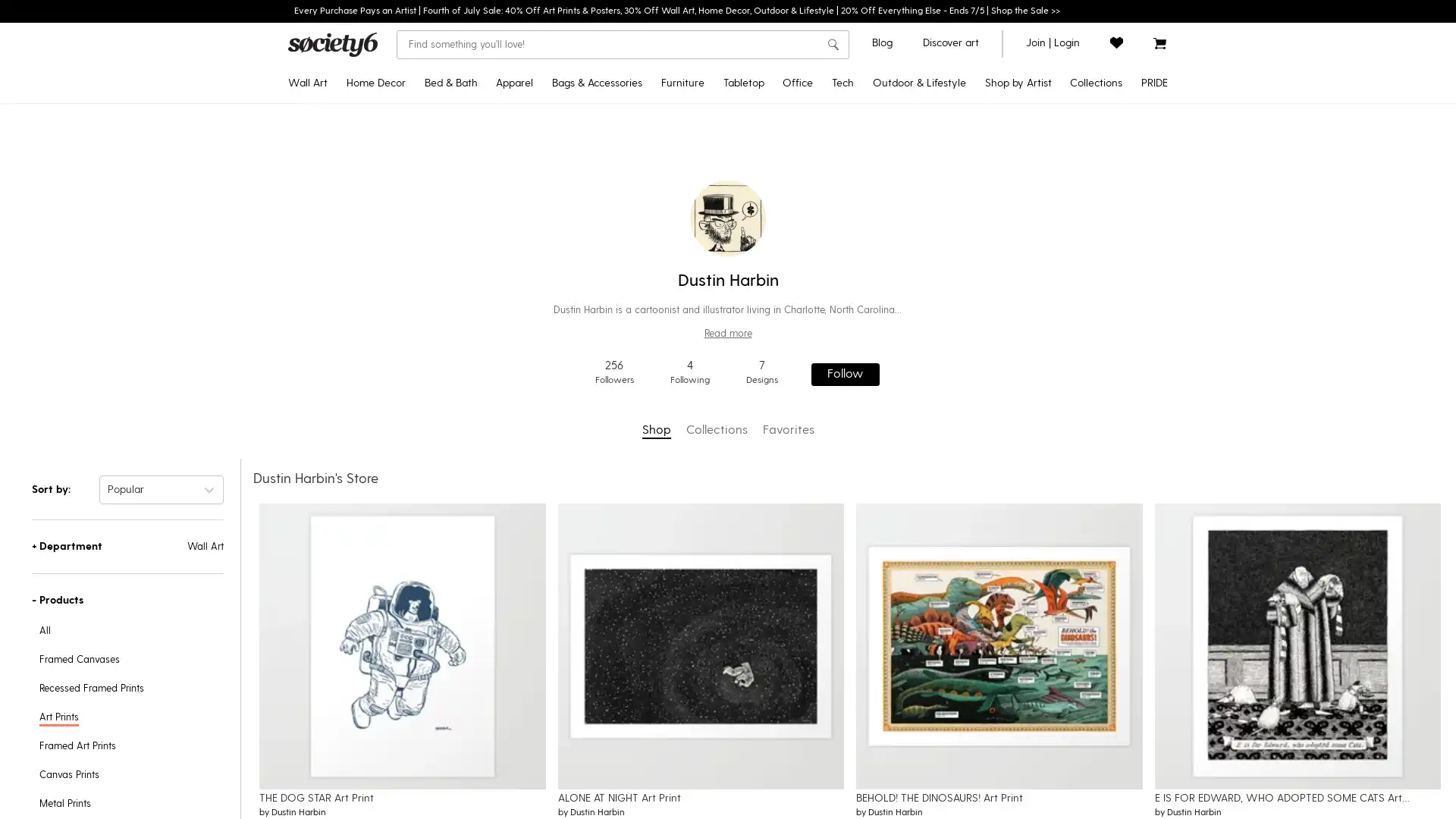  What do you see at coordinates (1094, 146) in the screenshot?
I see `Discover LGBTQIA+ Artists` at bounding box center [1094, 146].